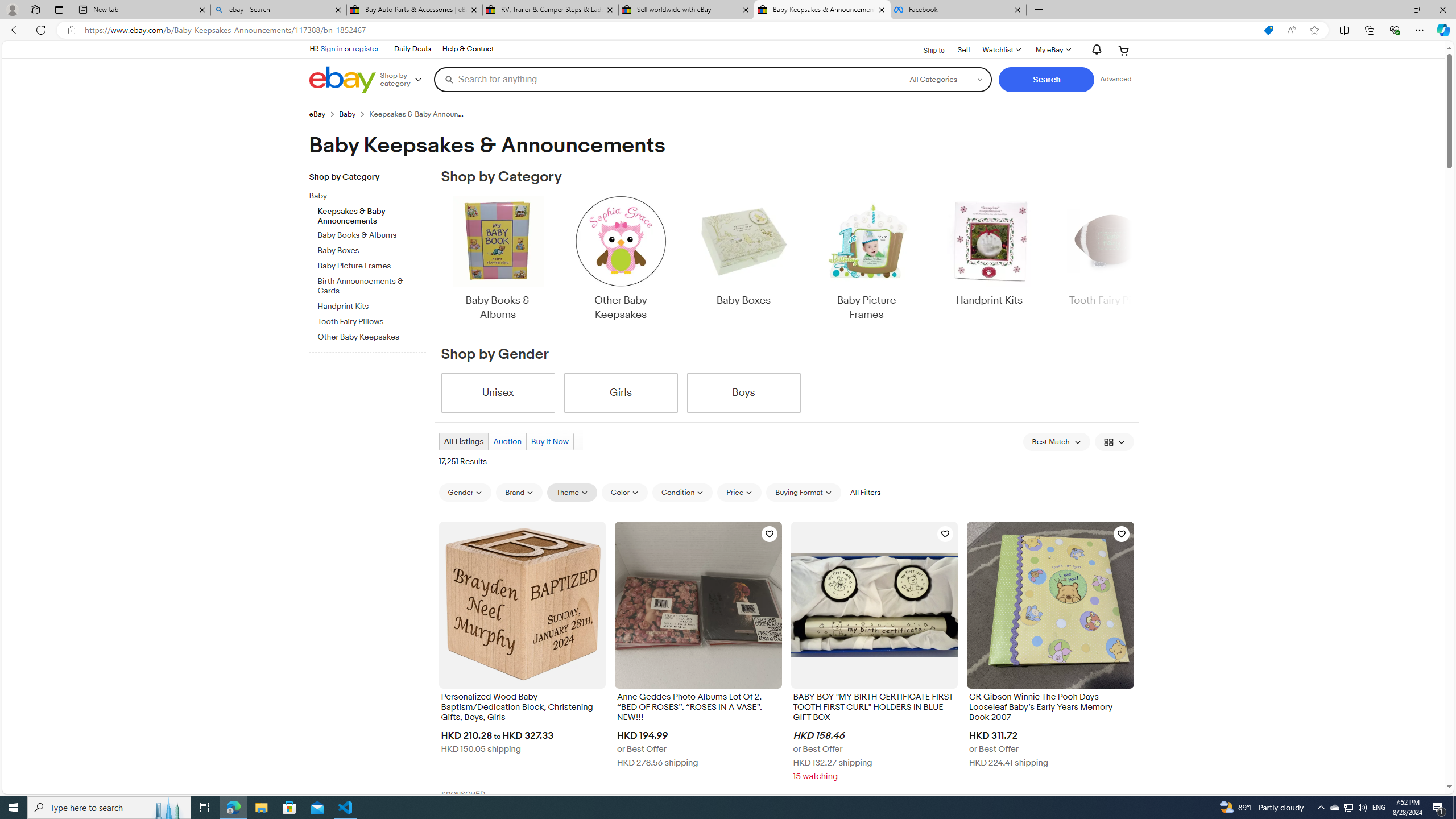 The height and width of the screenshot is (819, 1456). What do you see at coordinates (621, 392) in the screenshot?
I see `'Girls'` at bounding box center [621, 392].